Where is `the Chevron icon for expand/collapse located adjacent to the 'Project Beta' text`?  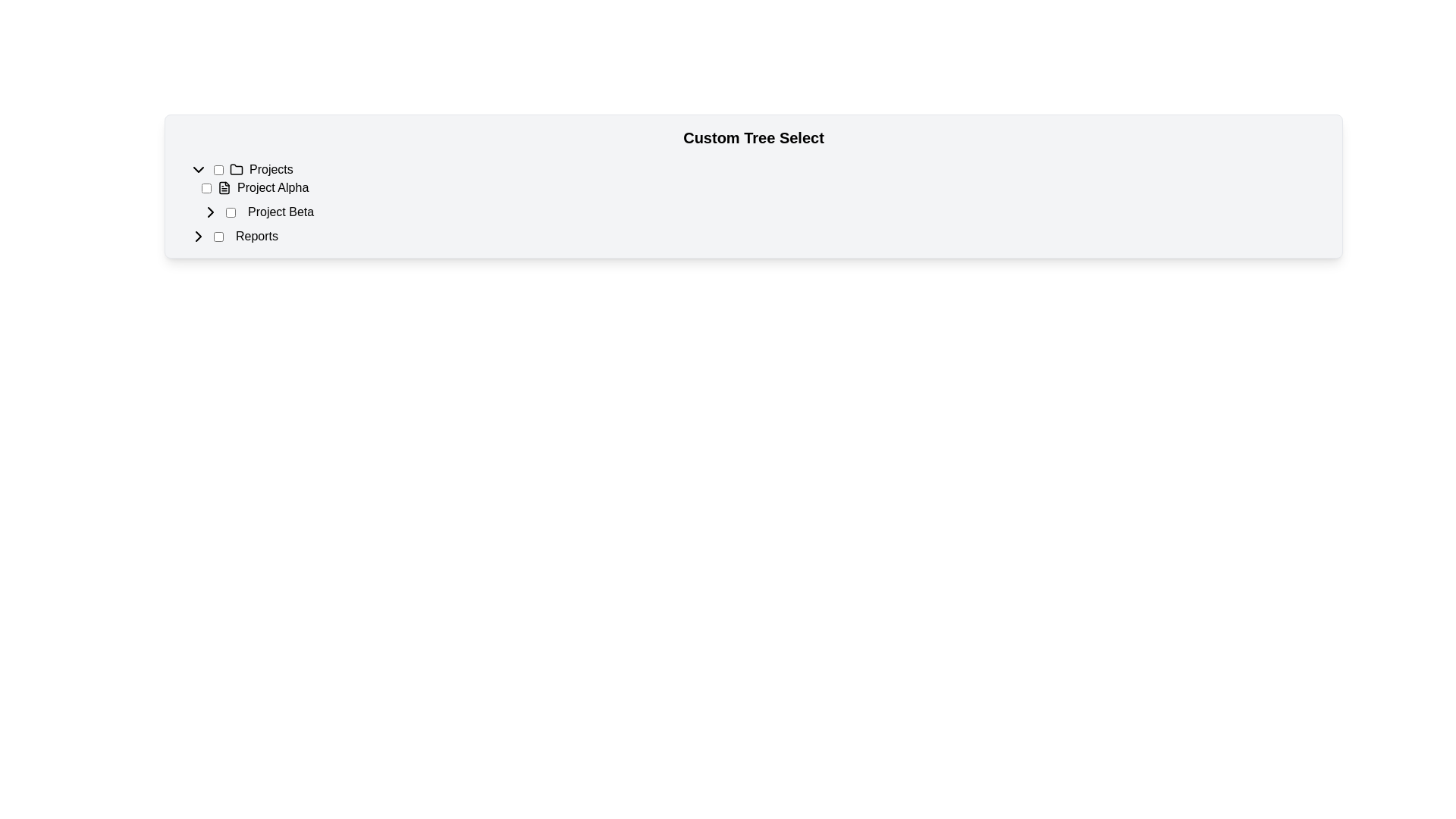 the Chevron icon for expand/collapse located adjacent to the 'Project Beta' text is located at coordinates (210, 212).